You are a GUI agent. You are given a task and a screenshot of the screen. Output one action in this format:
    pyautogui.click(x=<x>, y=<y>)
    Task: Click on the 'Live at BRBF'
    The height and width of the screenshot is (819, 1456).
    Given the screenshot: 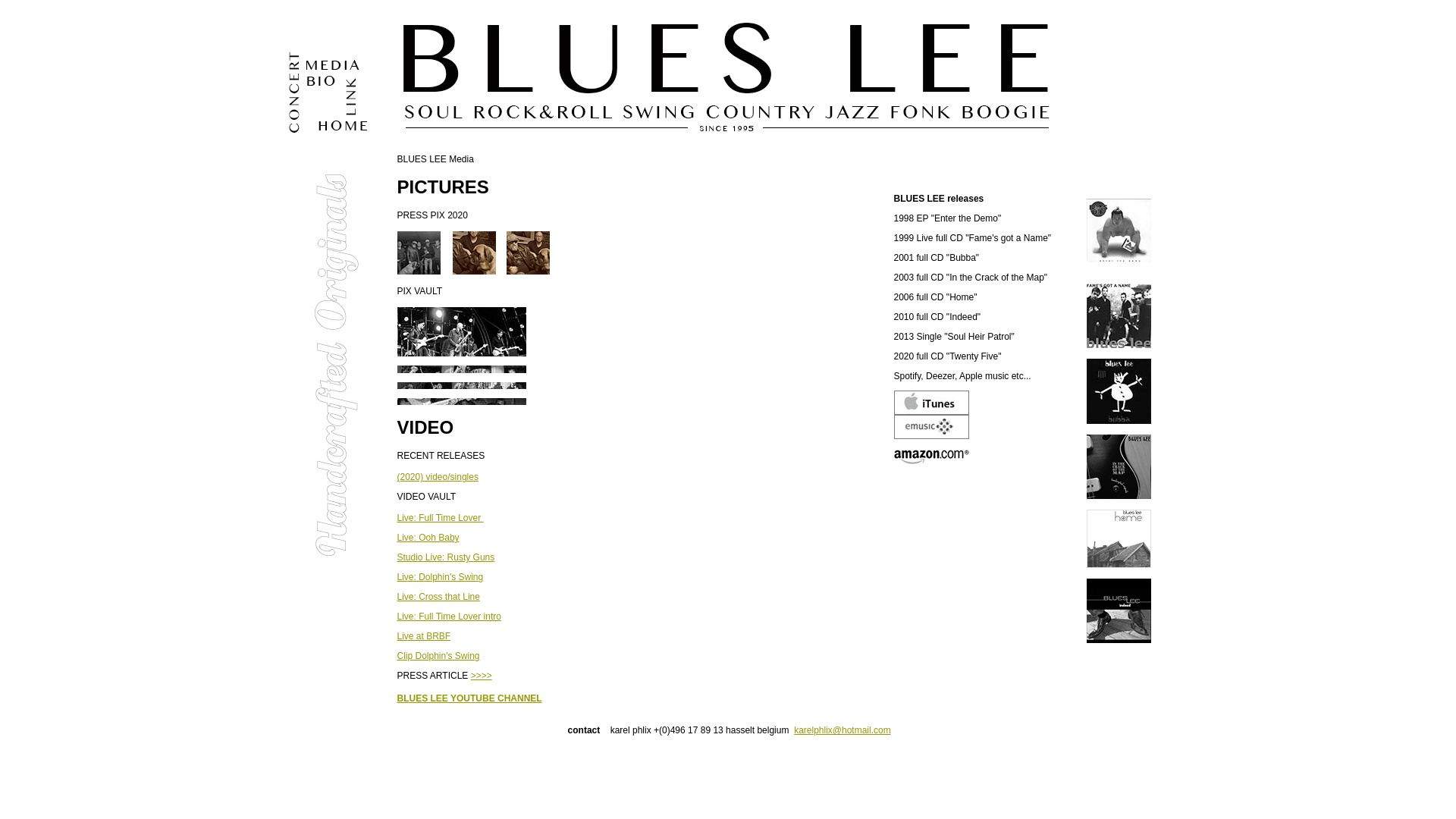 What is the action you would take?
    pyautogui.click(x=397, y=636)
    